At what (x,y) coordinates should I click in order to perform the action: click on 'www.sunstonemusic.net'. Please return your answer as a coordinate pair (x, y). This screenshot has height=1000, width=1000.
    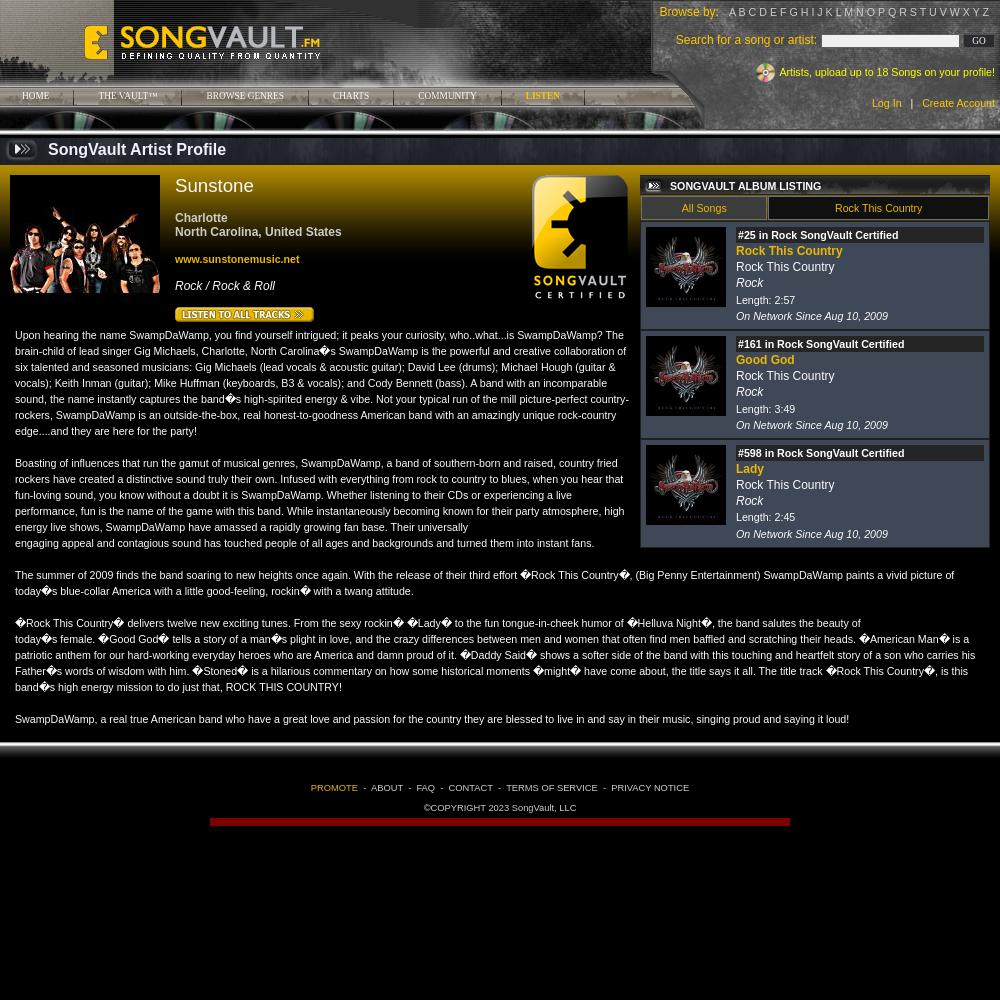
    Looking at the image, I should click on (236, 259).